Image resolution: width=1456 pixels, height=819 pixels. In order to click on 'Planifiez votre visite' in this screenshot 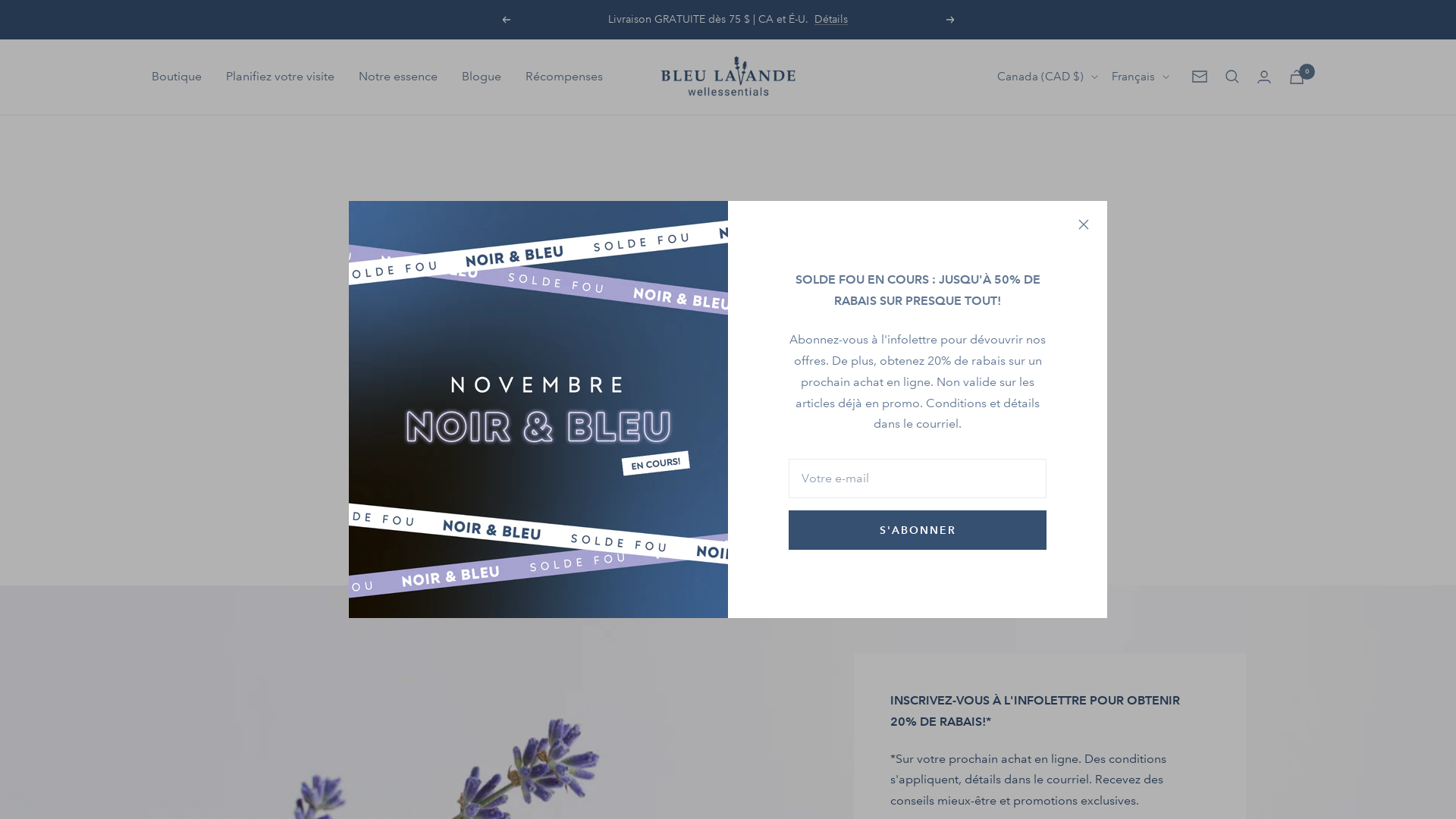, I will do `click(280, 76)`.